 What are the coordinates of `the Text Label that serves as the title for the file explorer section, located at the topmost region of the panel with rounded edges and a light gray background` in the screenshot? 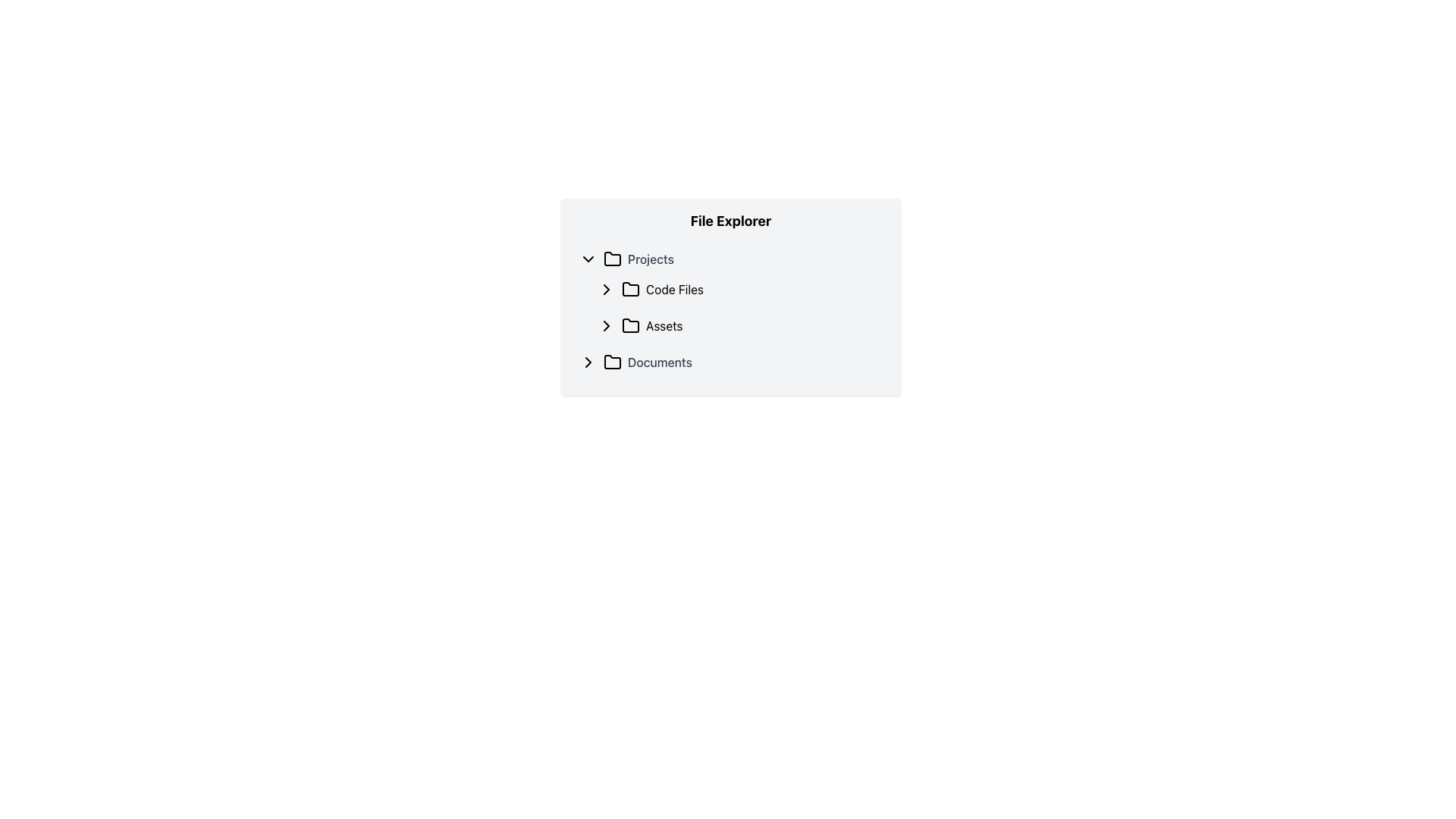 It's located at (731, 221).